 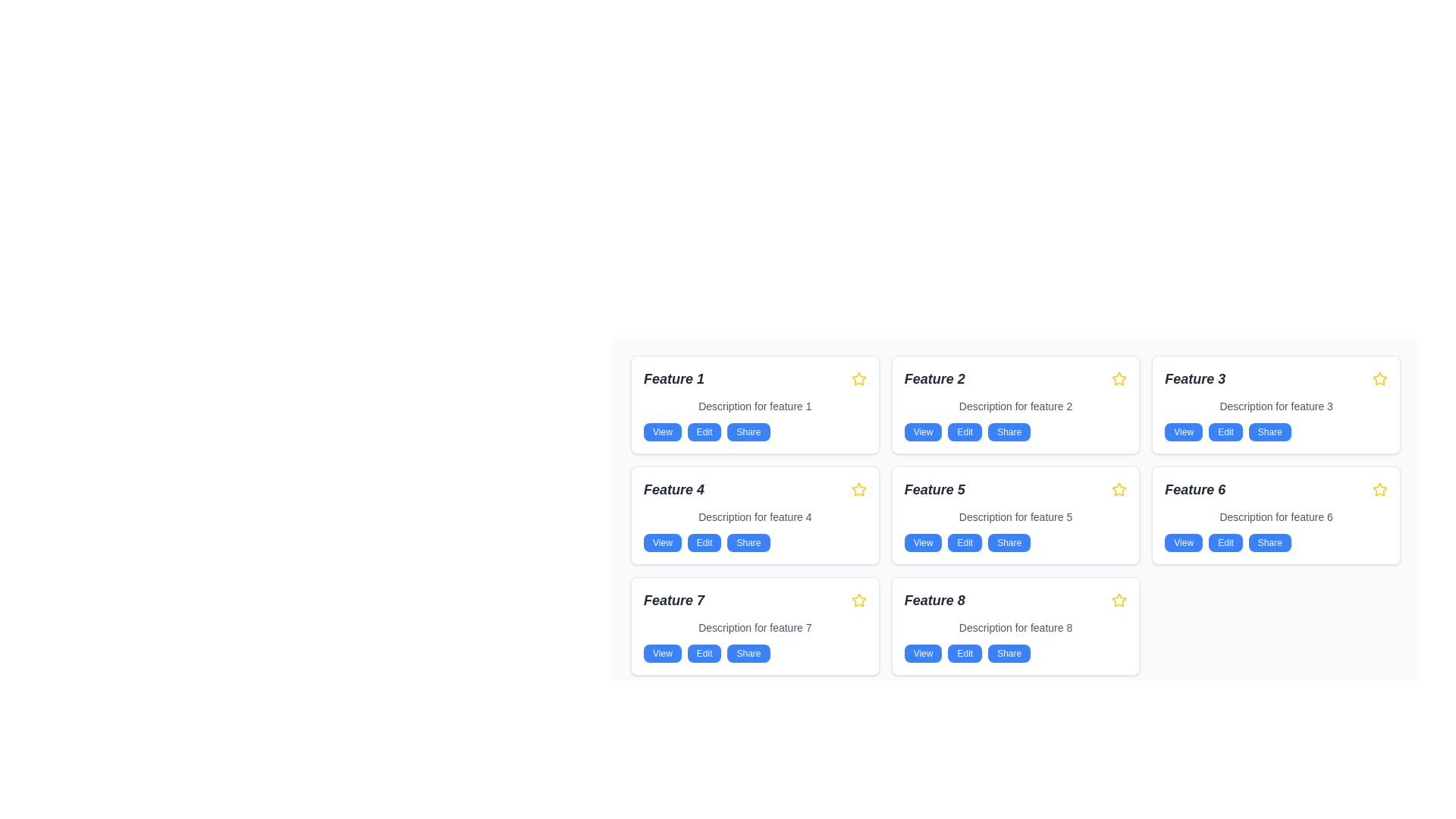 What do you see at coordinates (1225, 542) in the screenshot?
I see `the blue rectangular button with rounded corners labeled 'Edit' located under the 'Feature 6' section` at bounding box center [1225, 542].